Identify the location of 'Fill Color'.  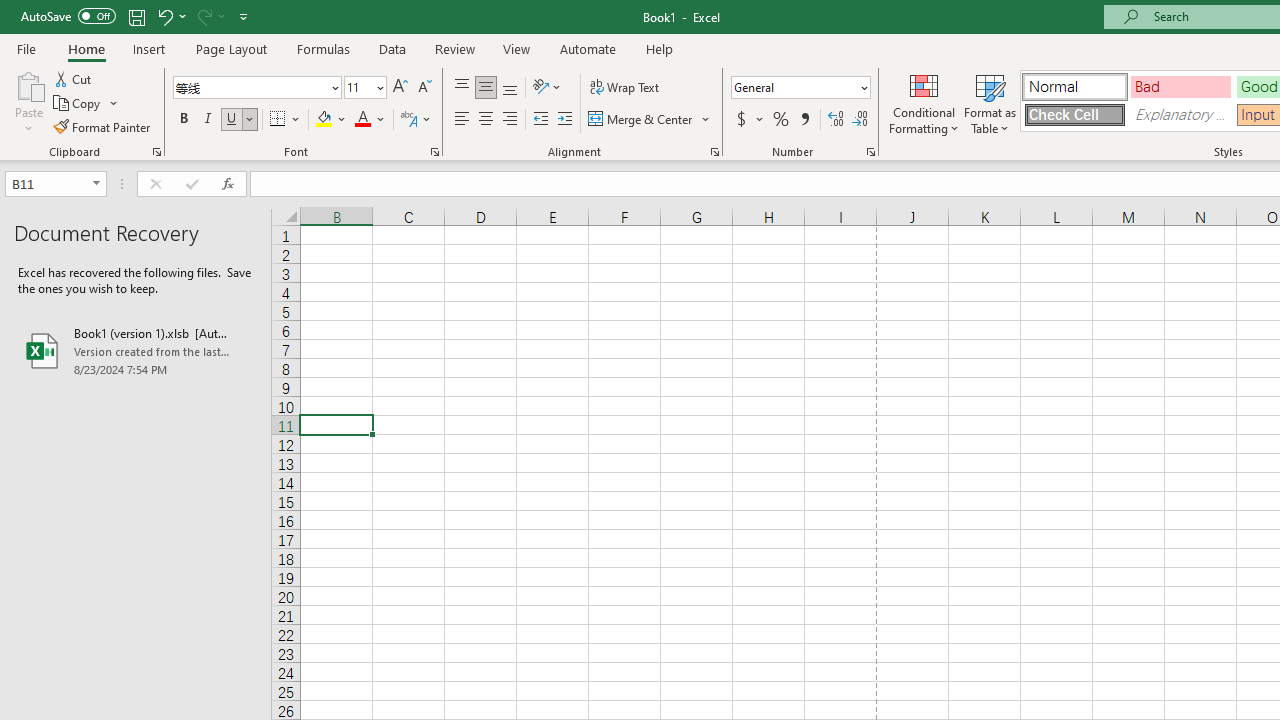
(331, 119).